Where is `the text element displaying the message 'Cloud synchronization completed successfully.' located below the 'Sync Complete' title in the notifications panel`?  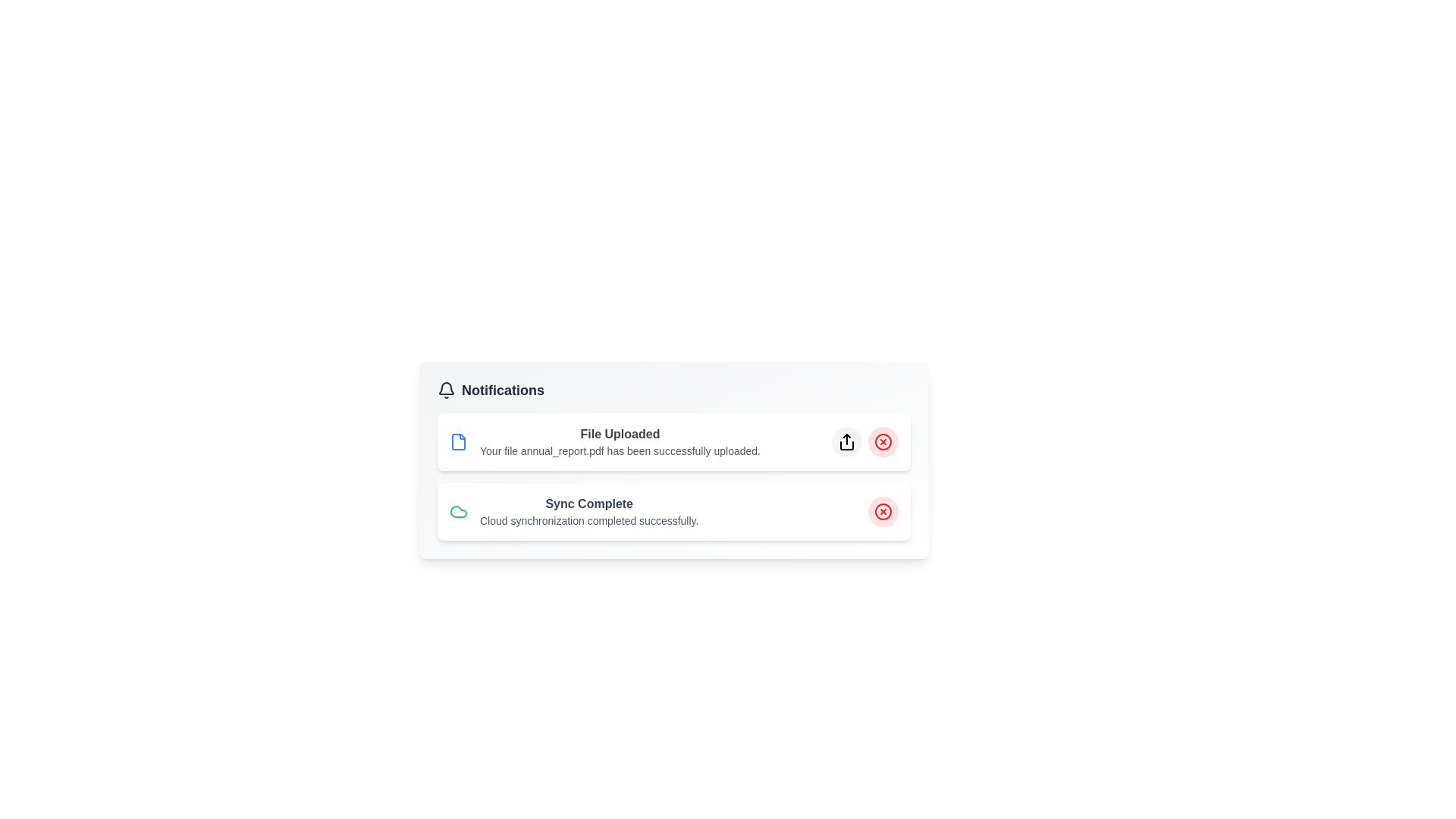
the text element displaying the message 'Cloud synchronization completed successfully.' located below the 'Sync Complete' title in the notifications panel is located at coordinates (588, 519).